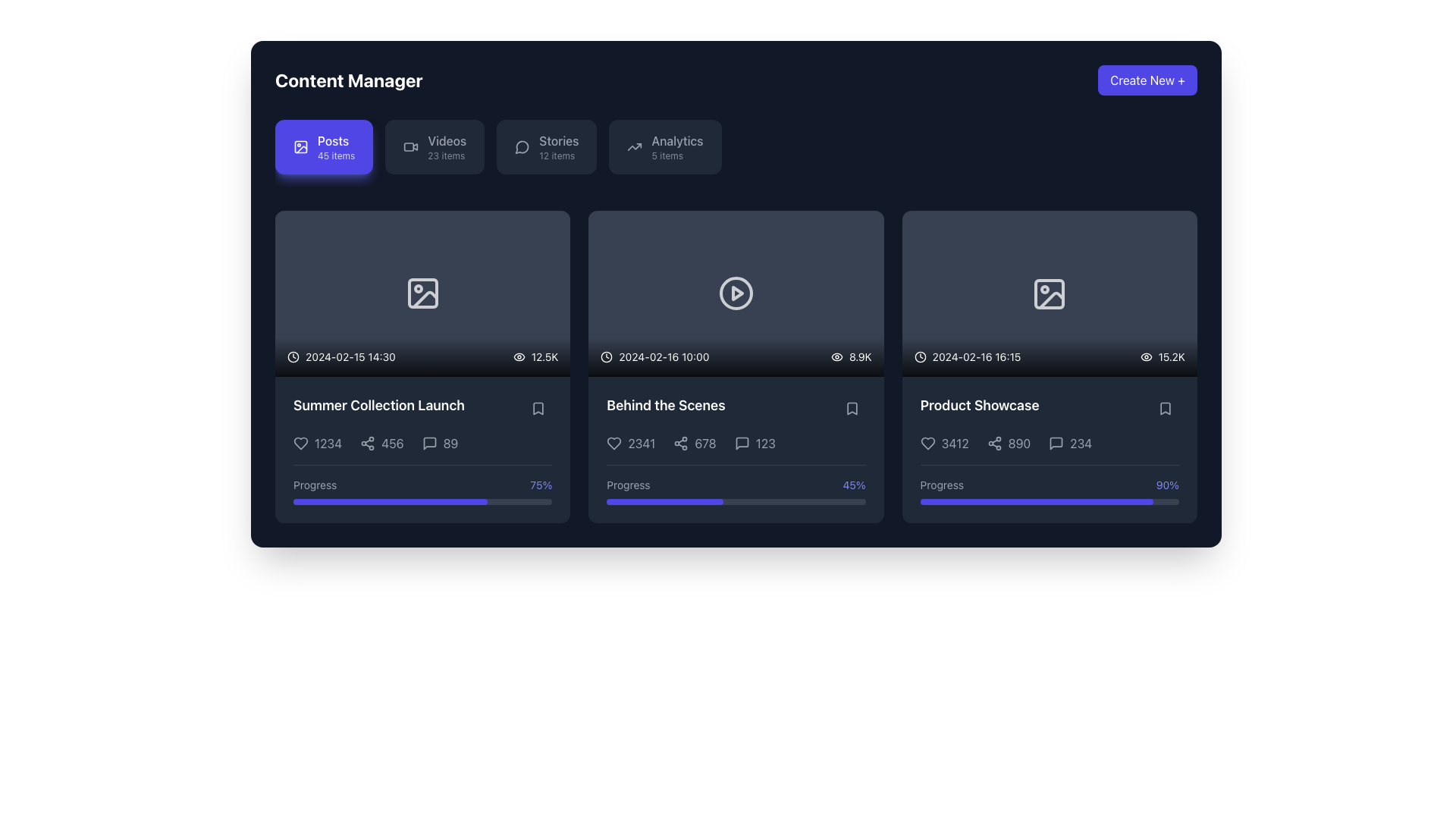 The image size is (1456, 819). I want to click on on the statistics display showing 'likes', 'shares', and 'comments' values below the 'Product Showcase' text, so click(1048, 444).